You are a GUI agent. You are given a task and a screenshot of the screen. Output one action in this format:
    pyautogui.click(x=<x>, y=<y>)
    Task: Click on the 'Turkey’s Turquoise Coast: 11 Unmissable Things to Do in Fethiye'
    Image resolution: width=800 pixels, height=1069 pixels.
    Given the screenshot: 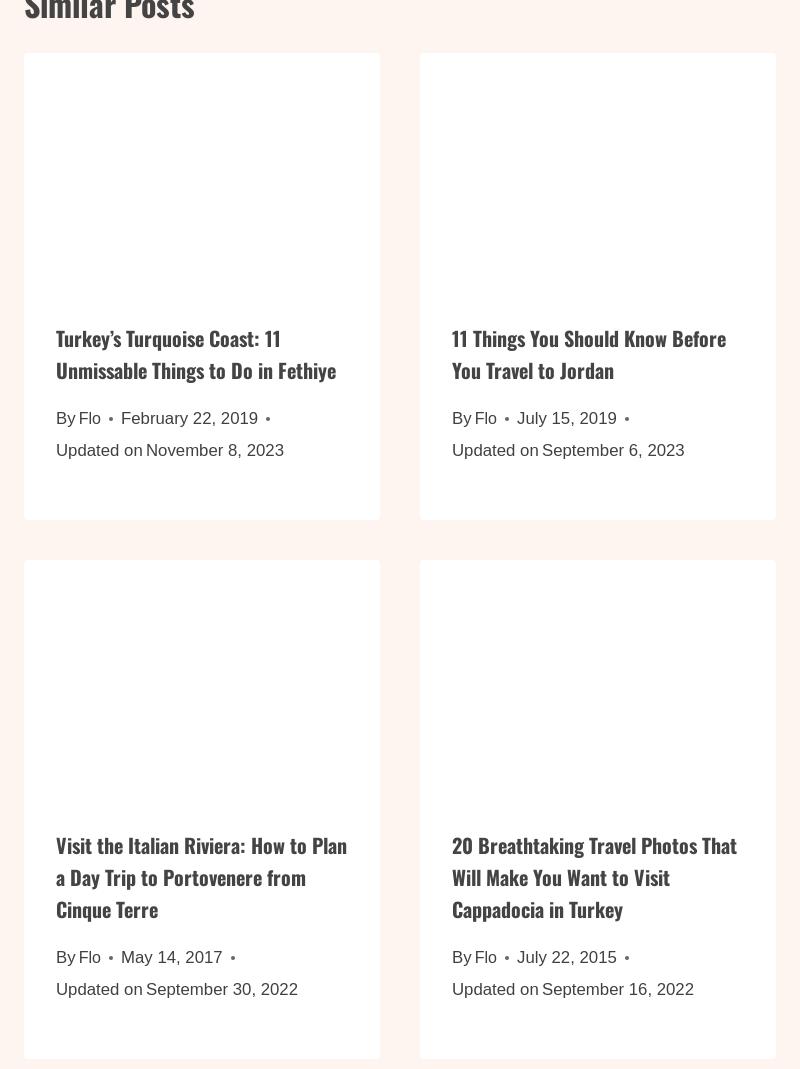 What is the action you would take?
    pyautogui.click(x=195, y=366)
    